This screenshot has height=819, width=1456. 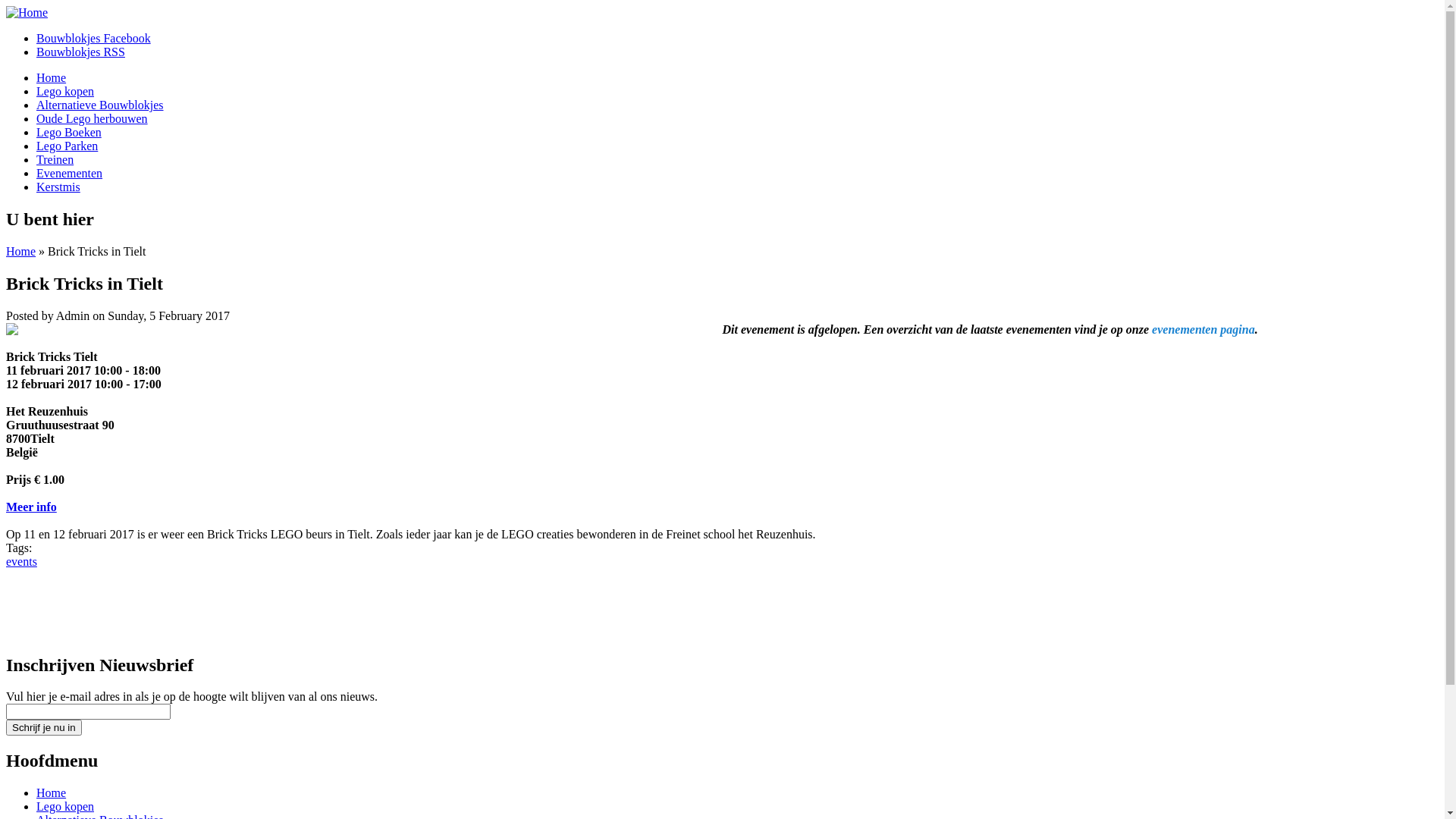 What do you see at coordinates (31, 507) in the screenshot?
I see `'Meer info'` at bounding box center [31, 507].